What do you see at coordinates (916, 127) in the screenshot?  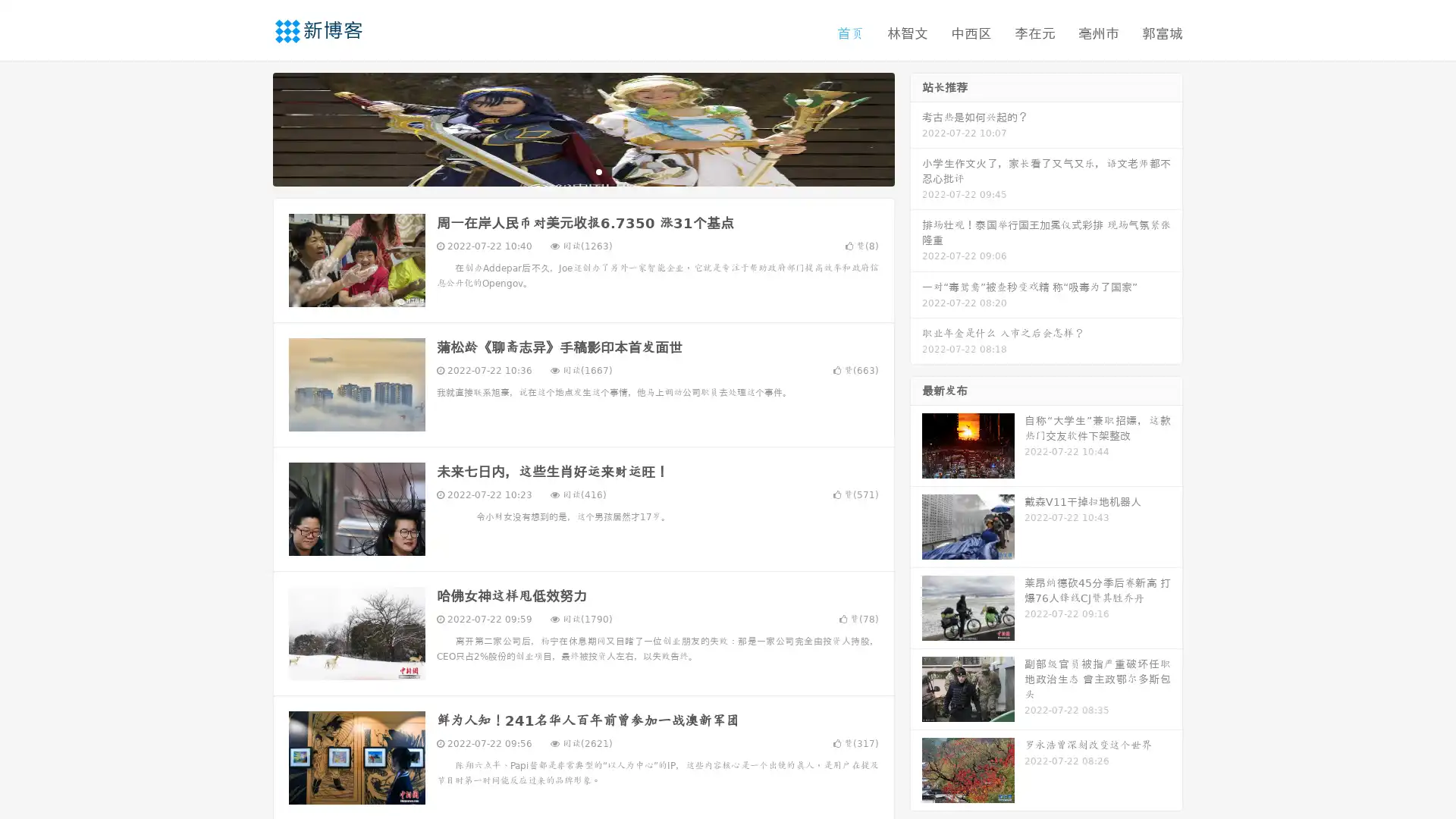 I see `Next slide` at bounding box center [916, 127].